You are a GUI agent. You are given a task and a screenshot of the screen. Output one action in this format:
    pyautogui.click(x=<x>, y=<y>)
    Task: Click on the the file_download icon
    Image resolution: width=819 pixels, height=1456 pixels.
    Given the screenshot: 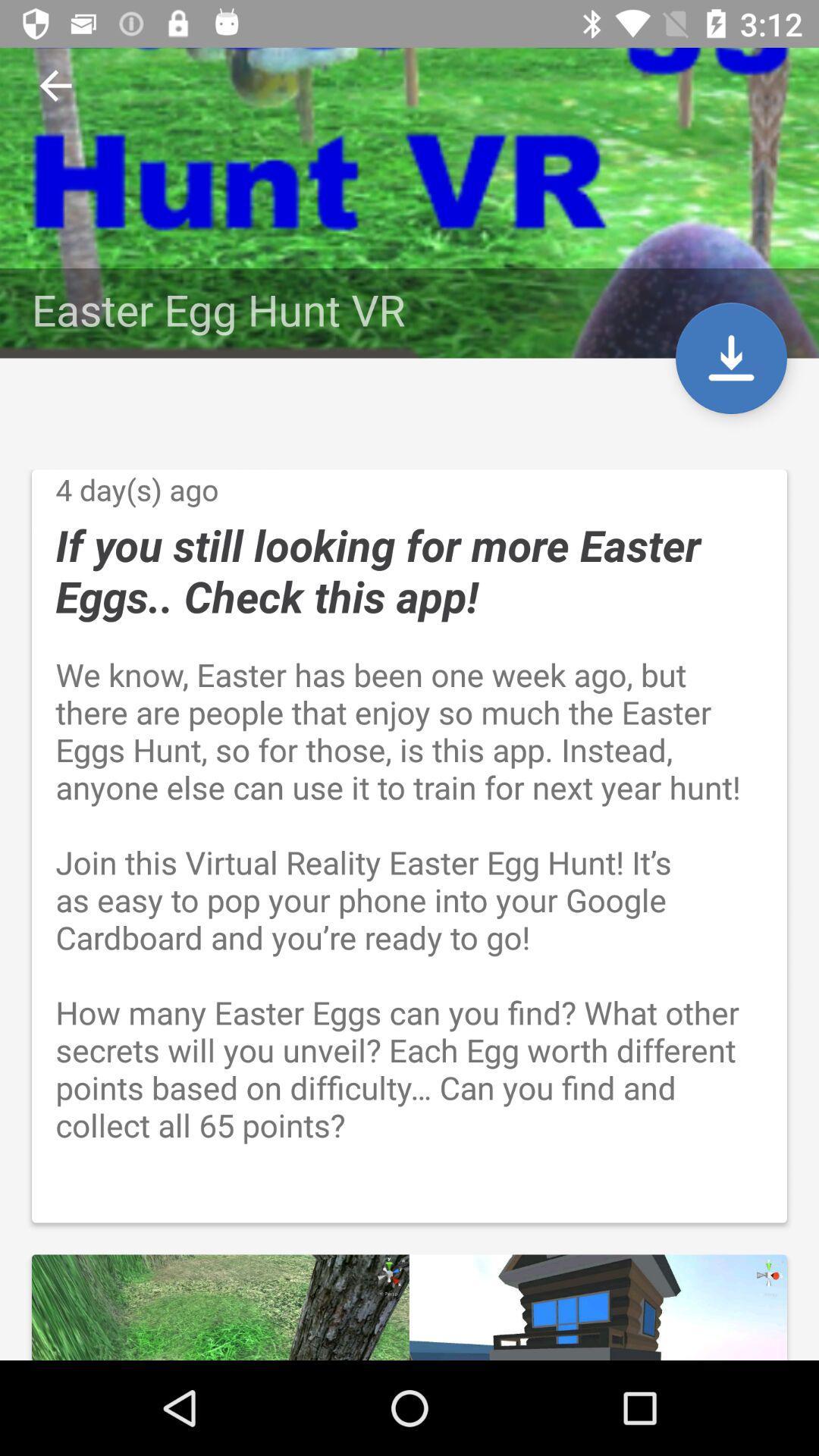 What is the action you would take?
    pyautogui.click(x=730, y=383)
    